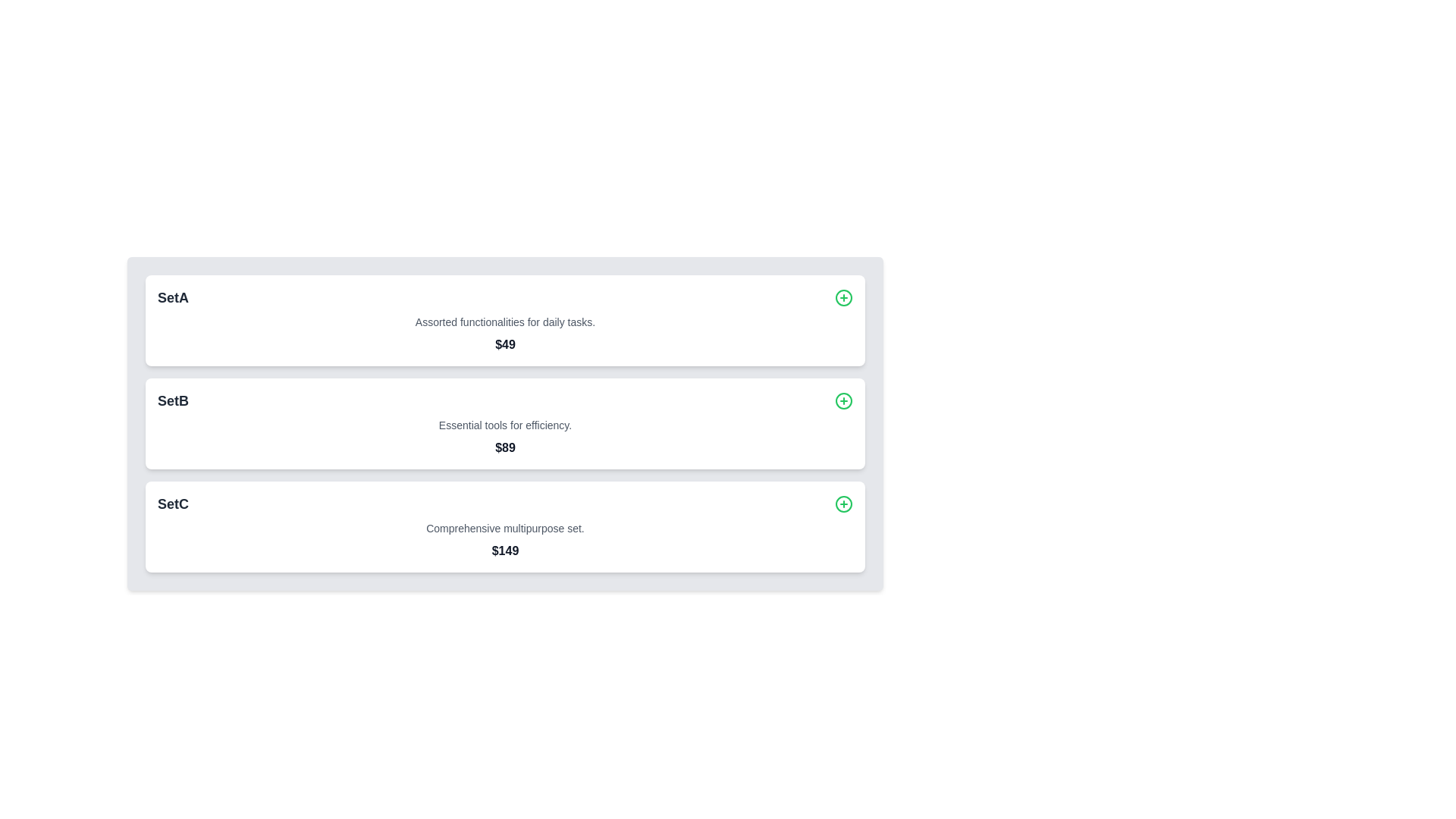 This screenshot has height=819, width=1456. What do you see at coordinates (843, 504) in the screenshot?
I see `the green circular SVG element that is part of the icon containing a '+' symbol, positioned beneath the '$149' price tag associated with the 'SetC' item` at bounding box center [843, 504].